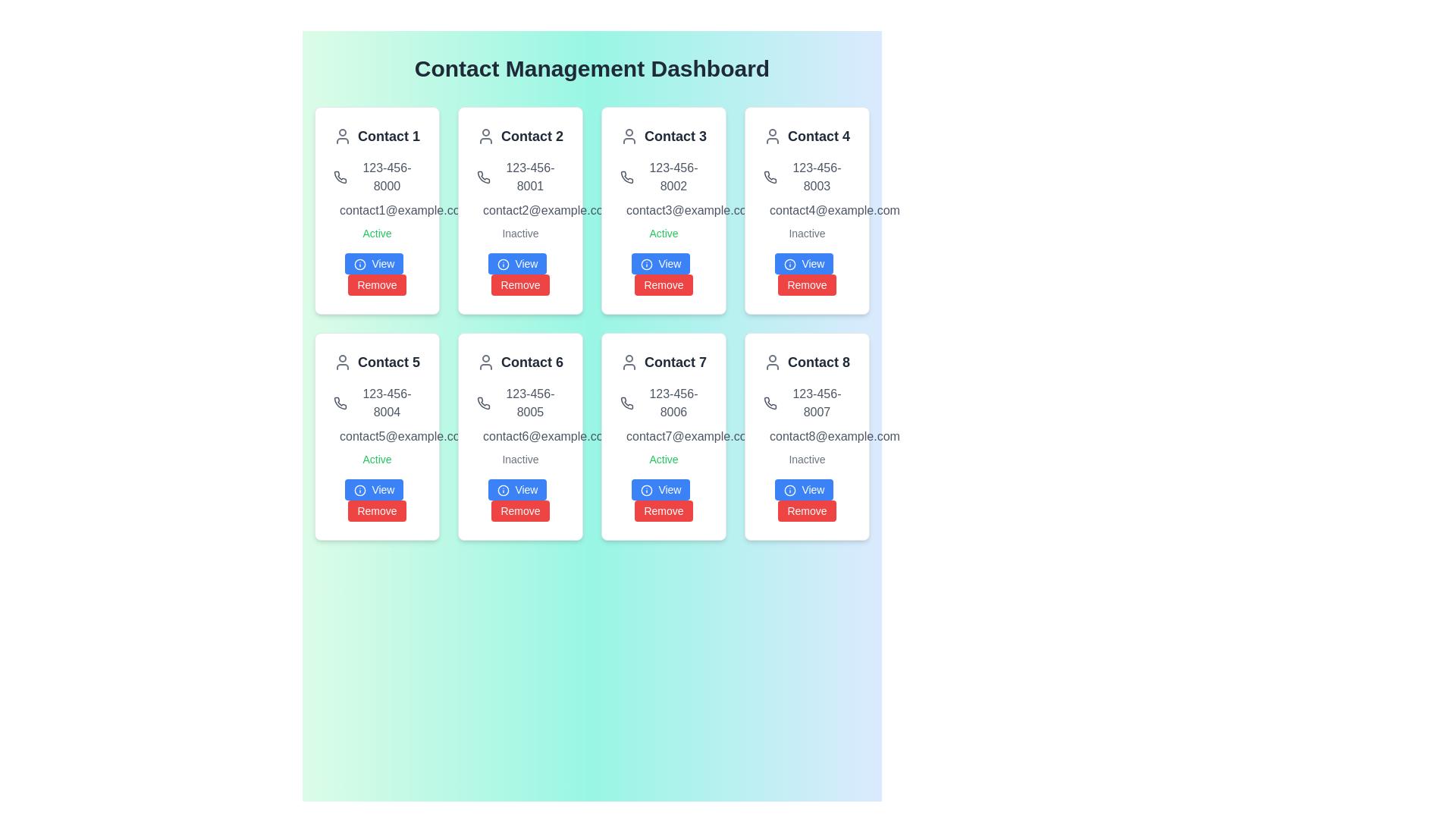 The width and height of the screenshot is (1456, 819). What do you see at coordinates (806, 234) in the screenshot?
I see `the 'Inactive' status label of 'Contact 4', which is located in the bottom section of the card, beneath the email information and above the 'View' and 'Remove' buttons` at bounding box center [806, 234].